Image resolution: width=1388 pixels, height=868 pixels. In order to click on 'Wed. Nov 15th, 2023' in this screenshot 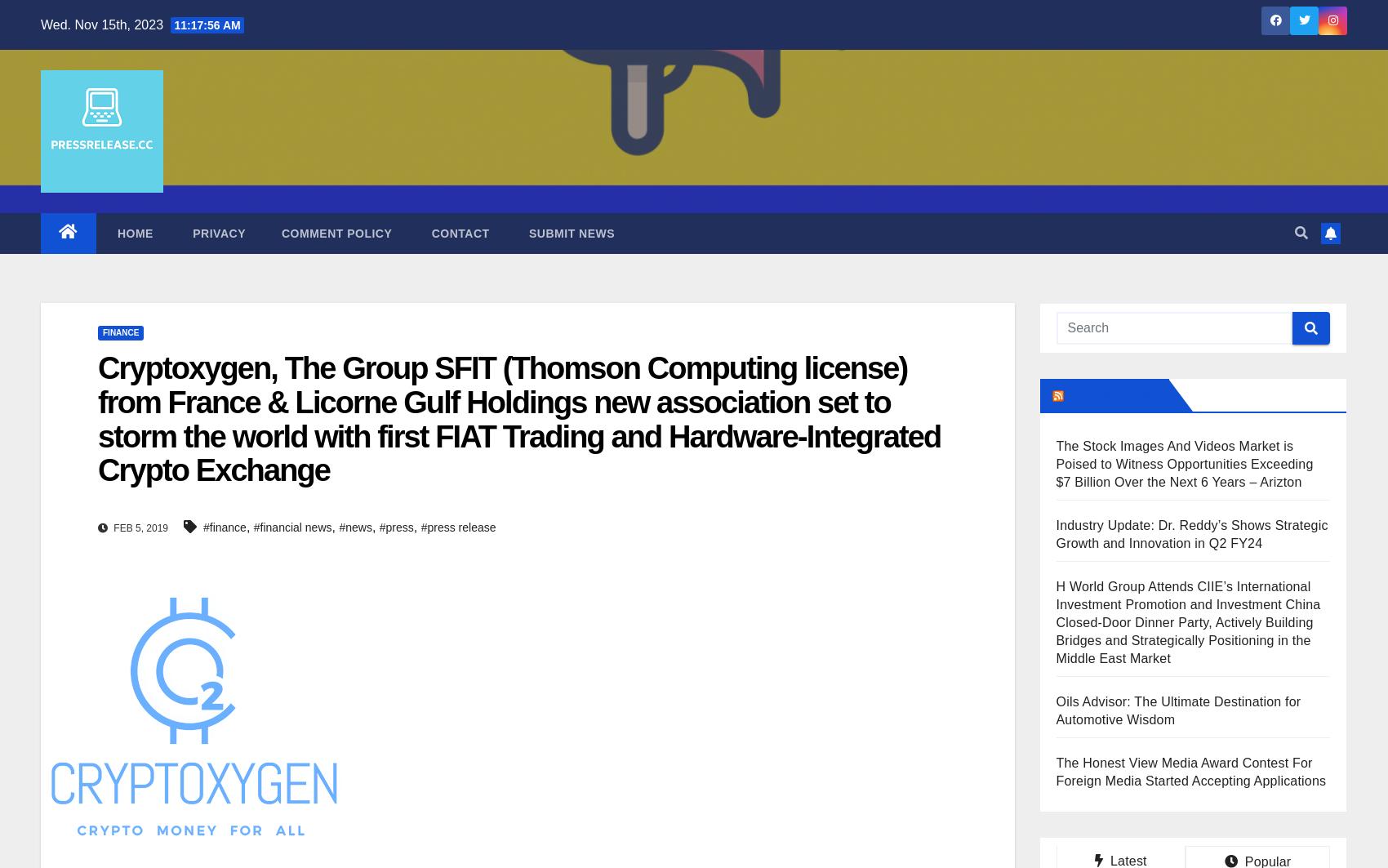, I will do `click(102, 24)`.